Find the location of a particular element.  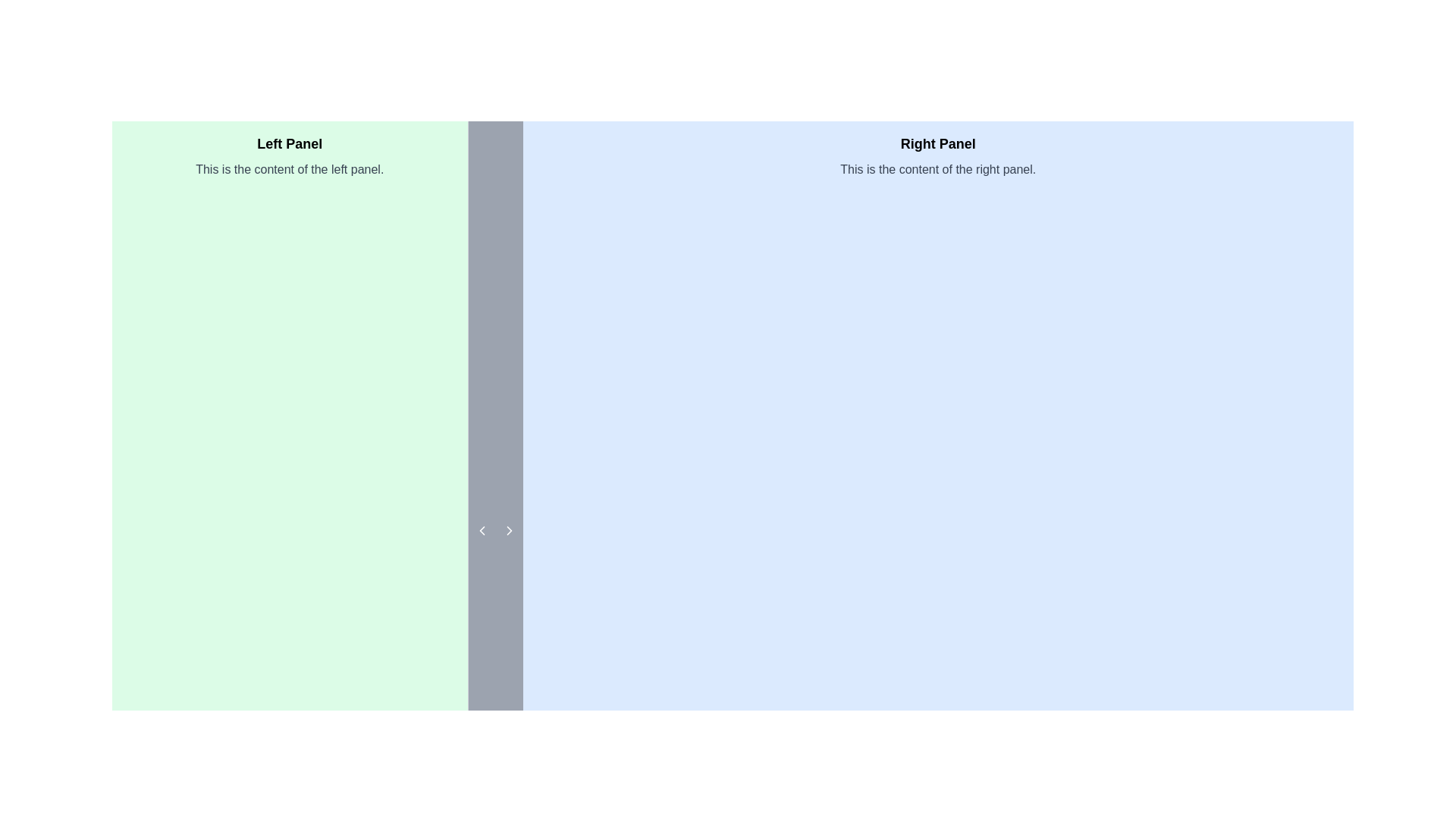

the descriptive text block located below the 'Left Panel' header in the left section of the interface is located at coordinates (290, 169).